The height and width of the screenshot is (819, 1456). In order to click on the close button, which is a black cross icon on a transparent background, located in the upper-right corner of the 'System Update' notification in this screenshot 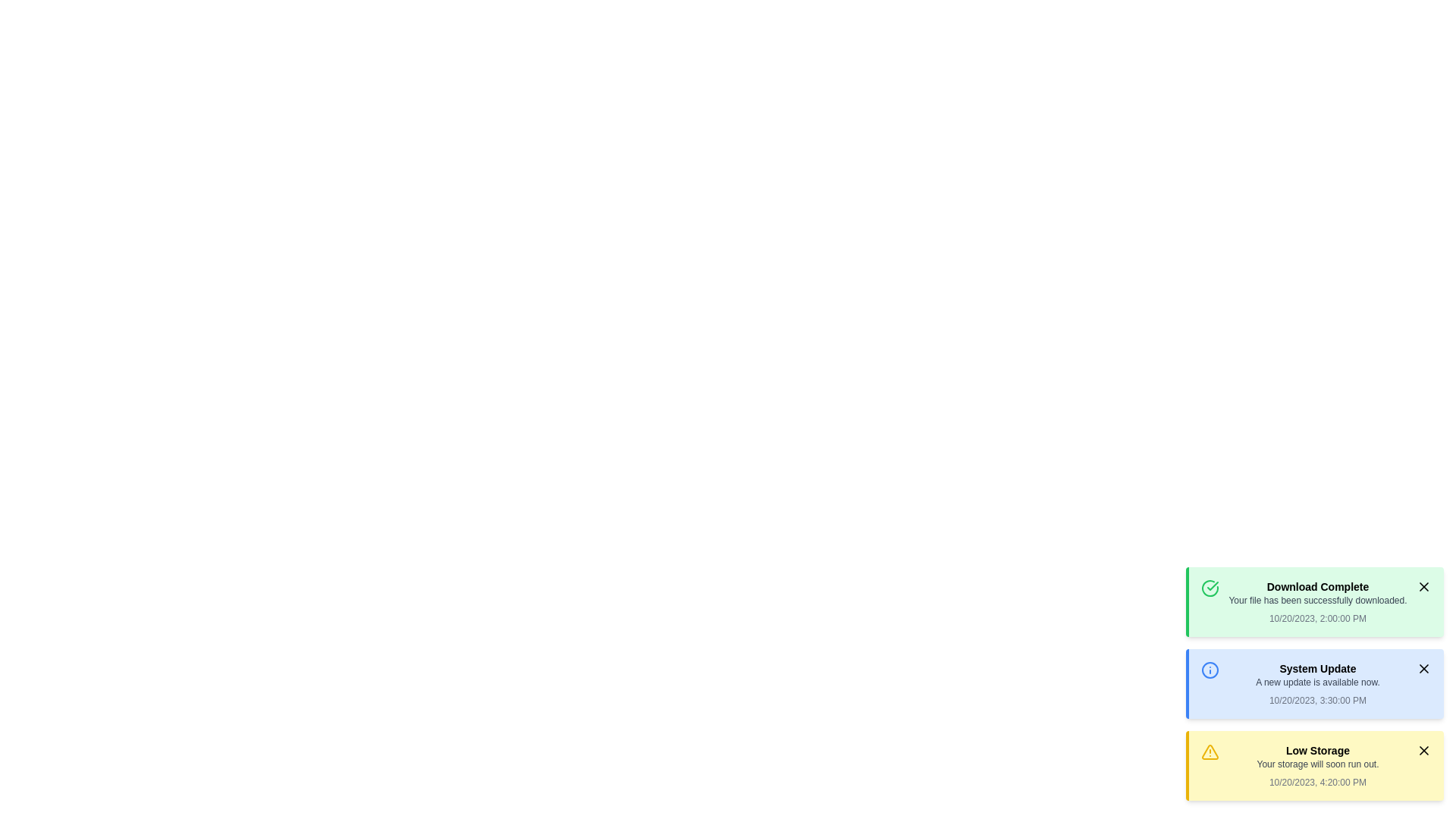, I will do `click(1423, 668)`.